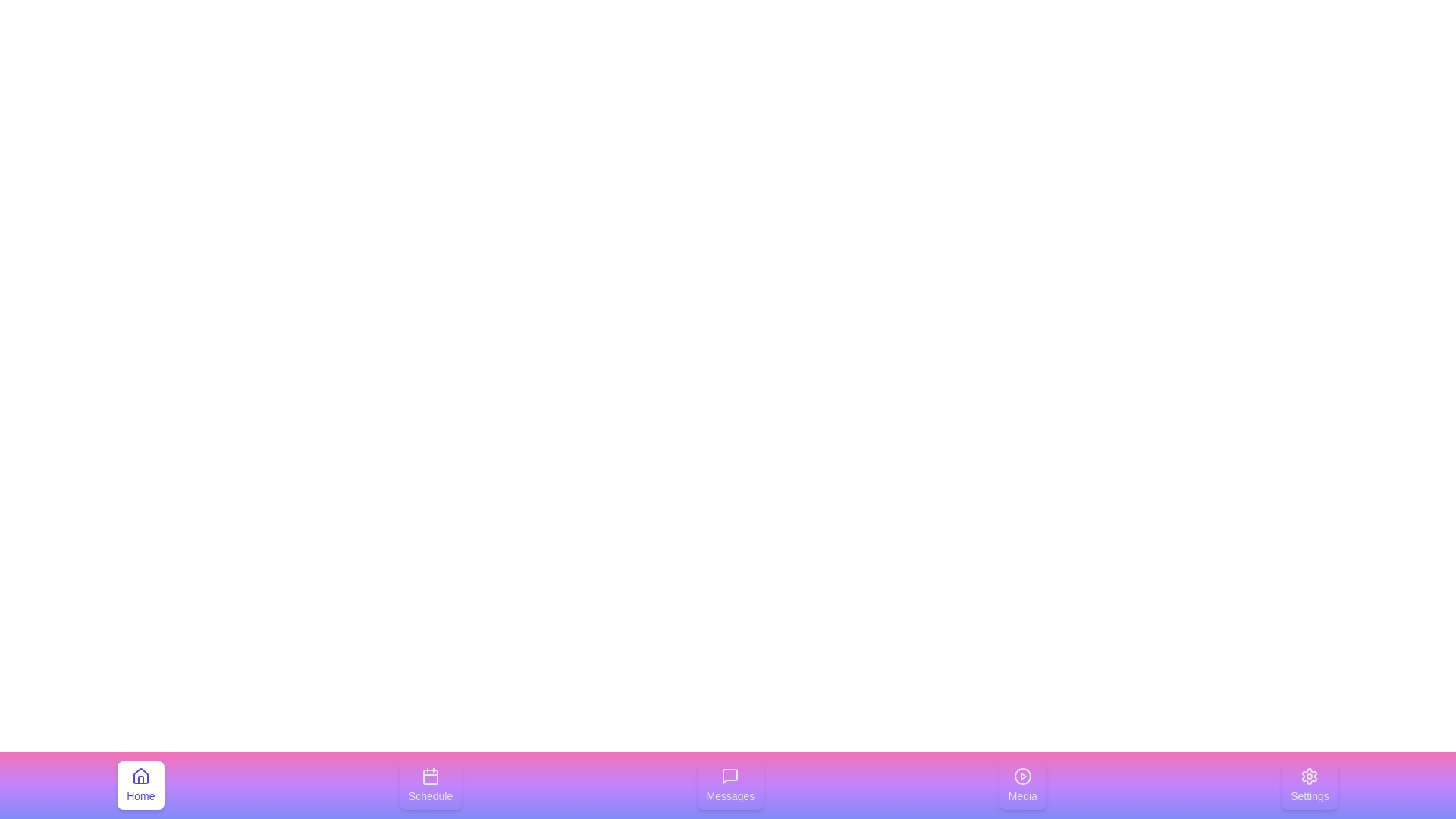  What do you see at coordinates (430, 785) in the screenshot?
I see `the tab labeled Schedule in the EnhancedBottomNavigation component` at bounding box center [430, 785].